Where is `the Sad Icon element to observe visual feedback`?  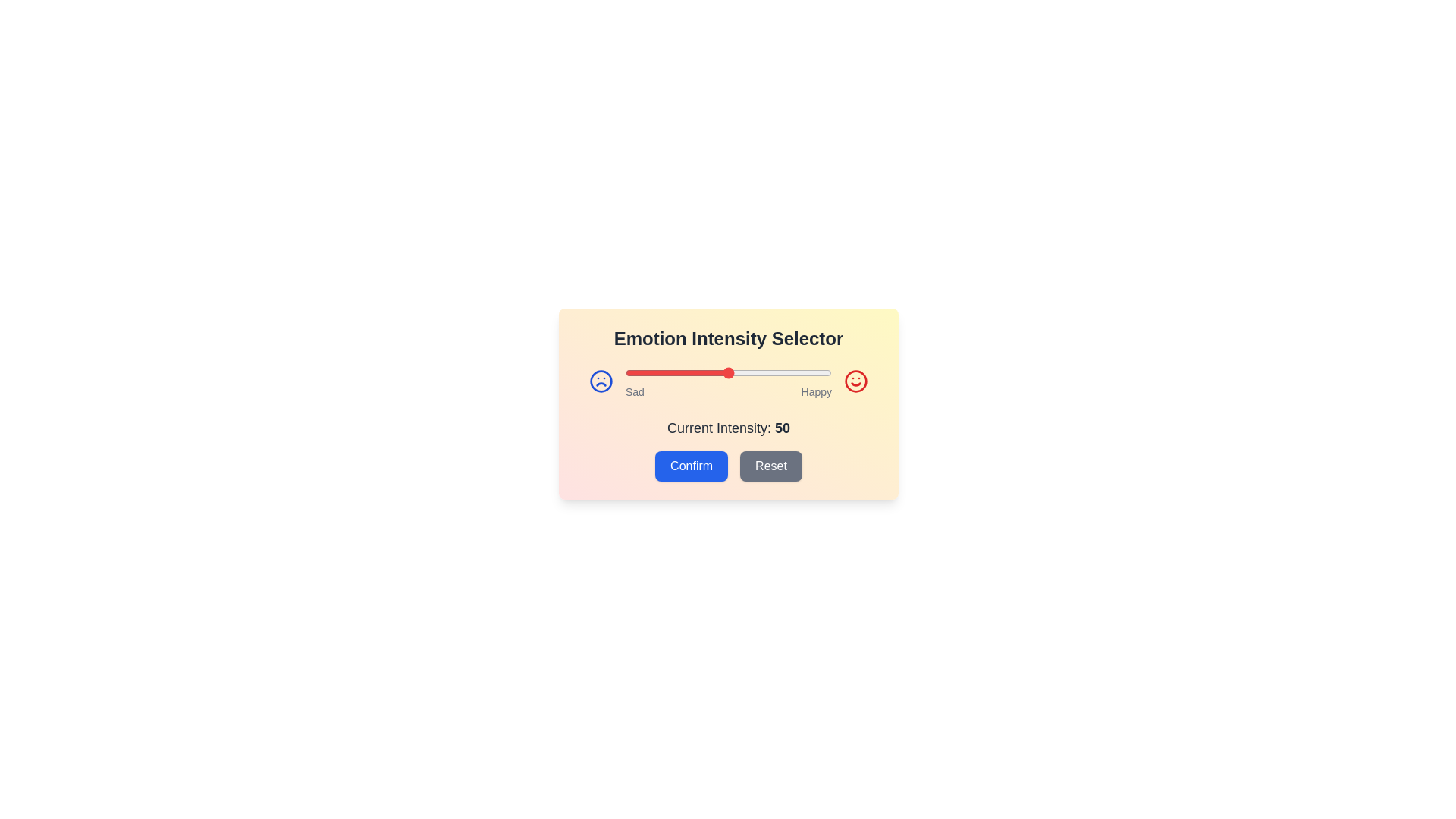 the Sad Icon element to observe visual feedback is located at coordinates (600, 380).